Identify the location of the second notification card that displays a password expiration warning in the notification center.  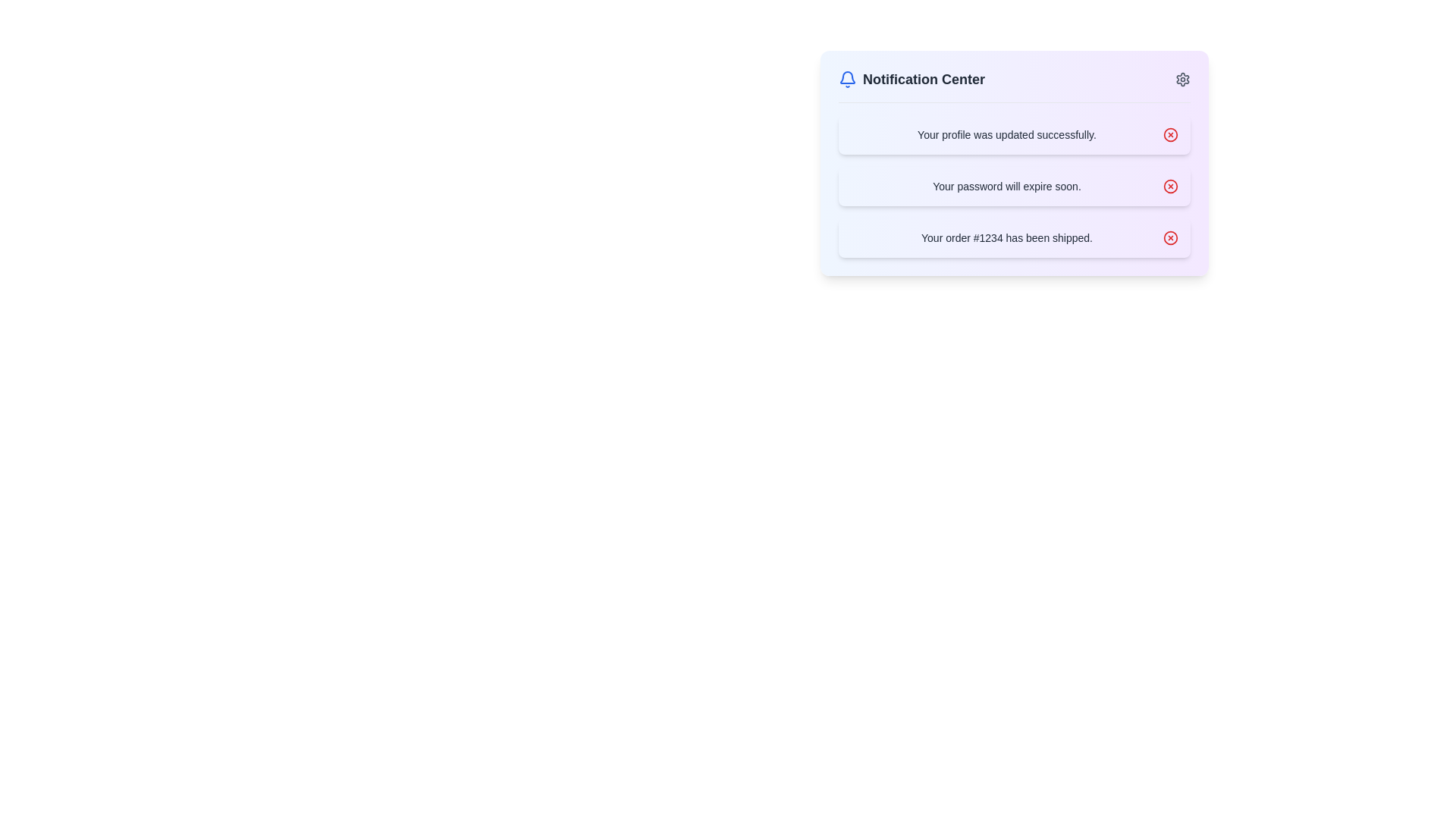
(1015, 186).